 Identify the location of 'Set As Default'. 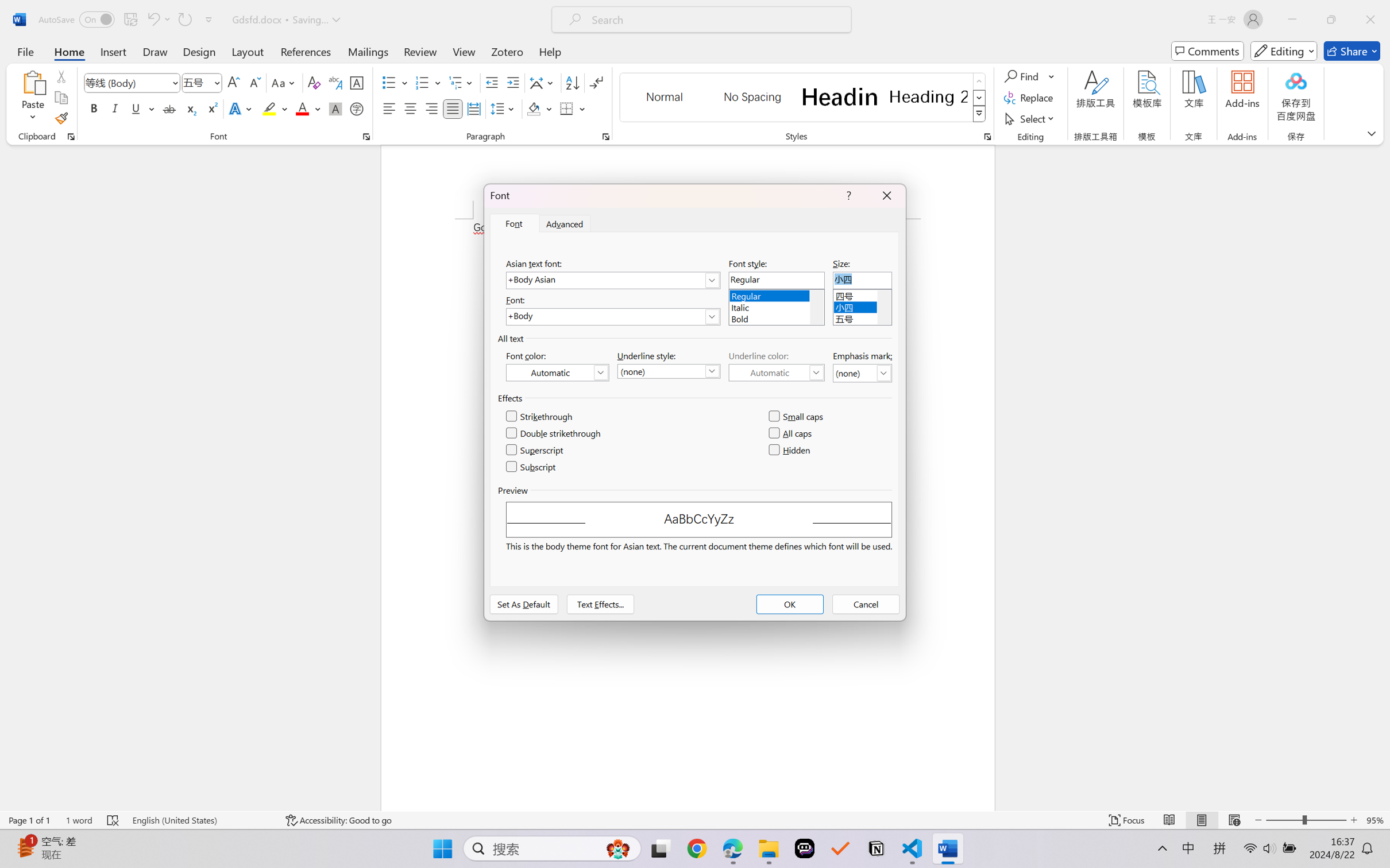
(524, 603).